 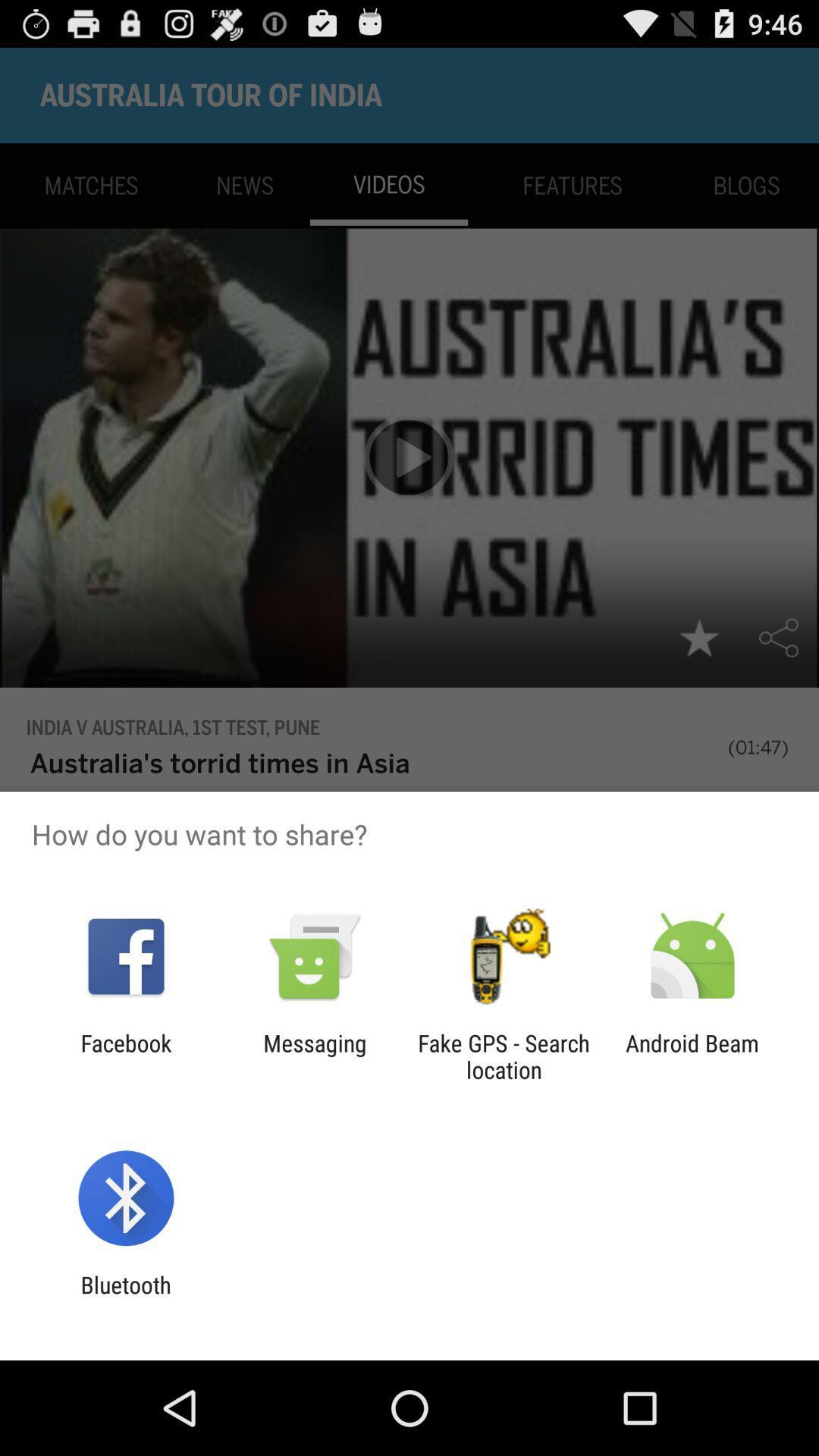 I want to click on the item next to fake gps search item, so click(x=314, y=1056).